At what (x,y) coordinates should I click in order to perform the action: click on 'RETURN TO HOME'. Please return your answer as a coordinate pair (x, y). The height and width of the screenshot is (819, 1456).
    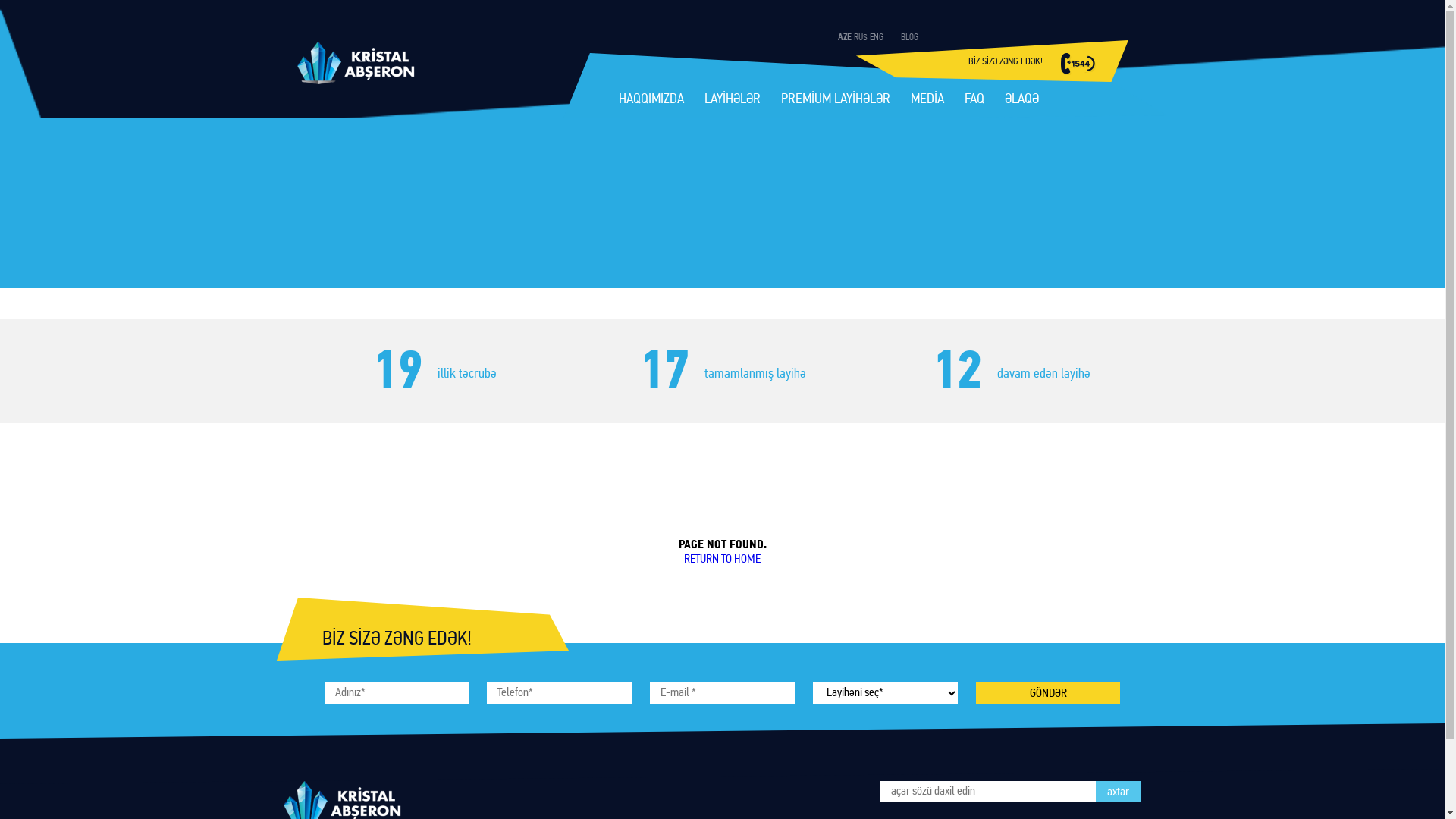
    Looking at the image, I should click on (721, 559).